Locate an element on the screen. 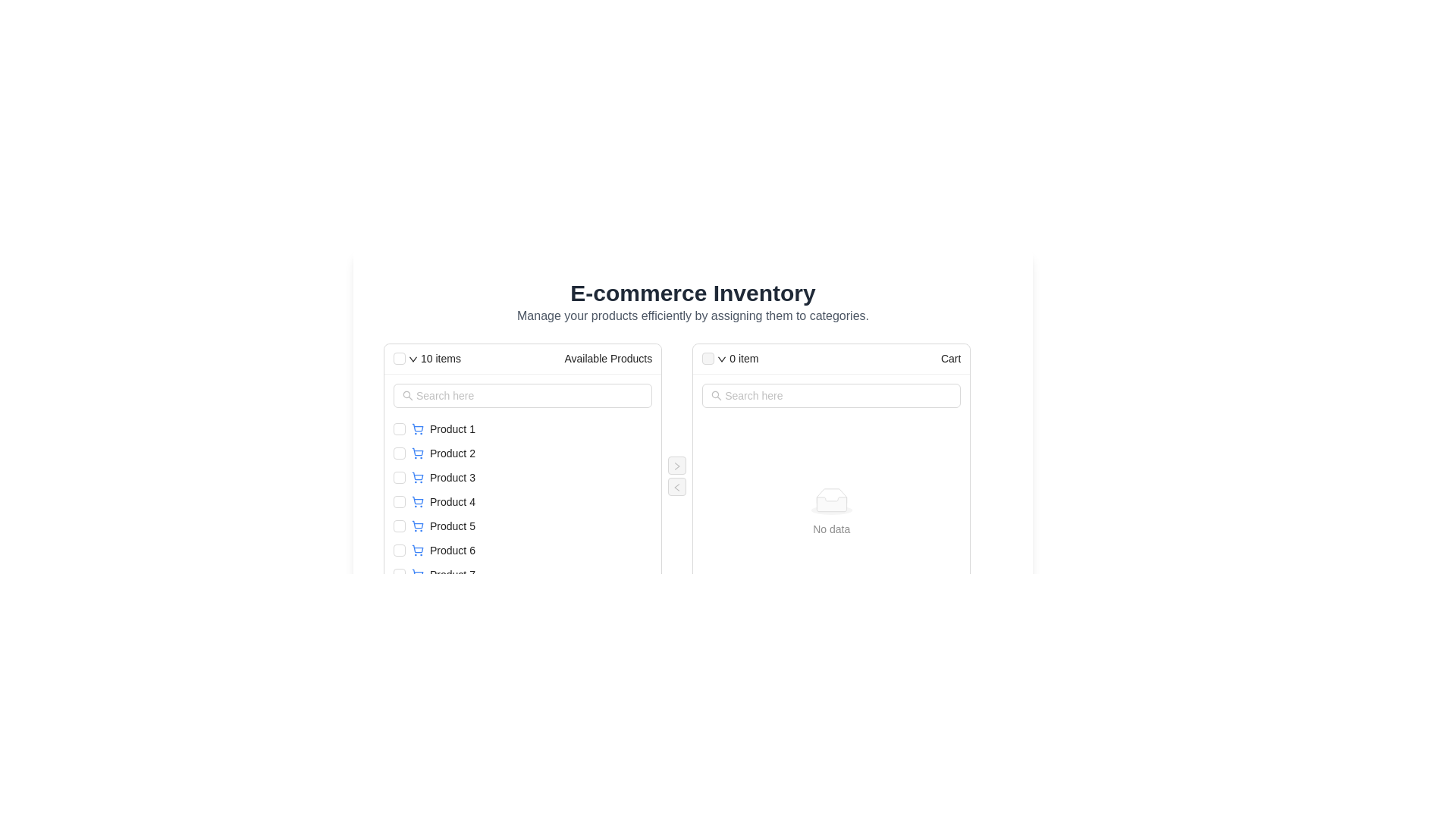 The image size is (1456, 819). the list item labeled 'Product 7' with a shopping cart icon from its current position is located at coordinates (532, 575).